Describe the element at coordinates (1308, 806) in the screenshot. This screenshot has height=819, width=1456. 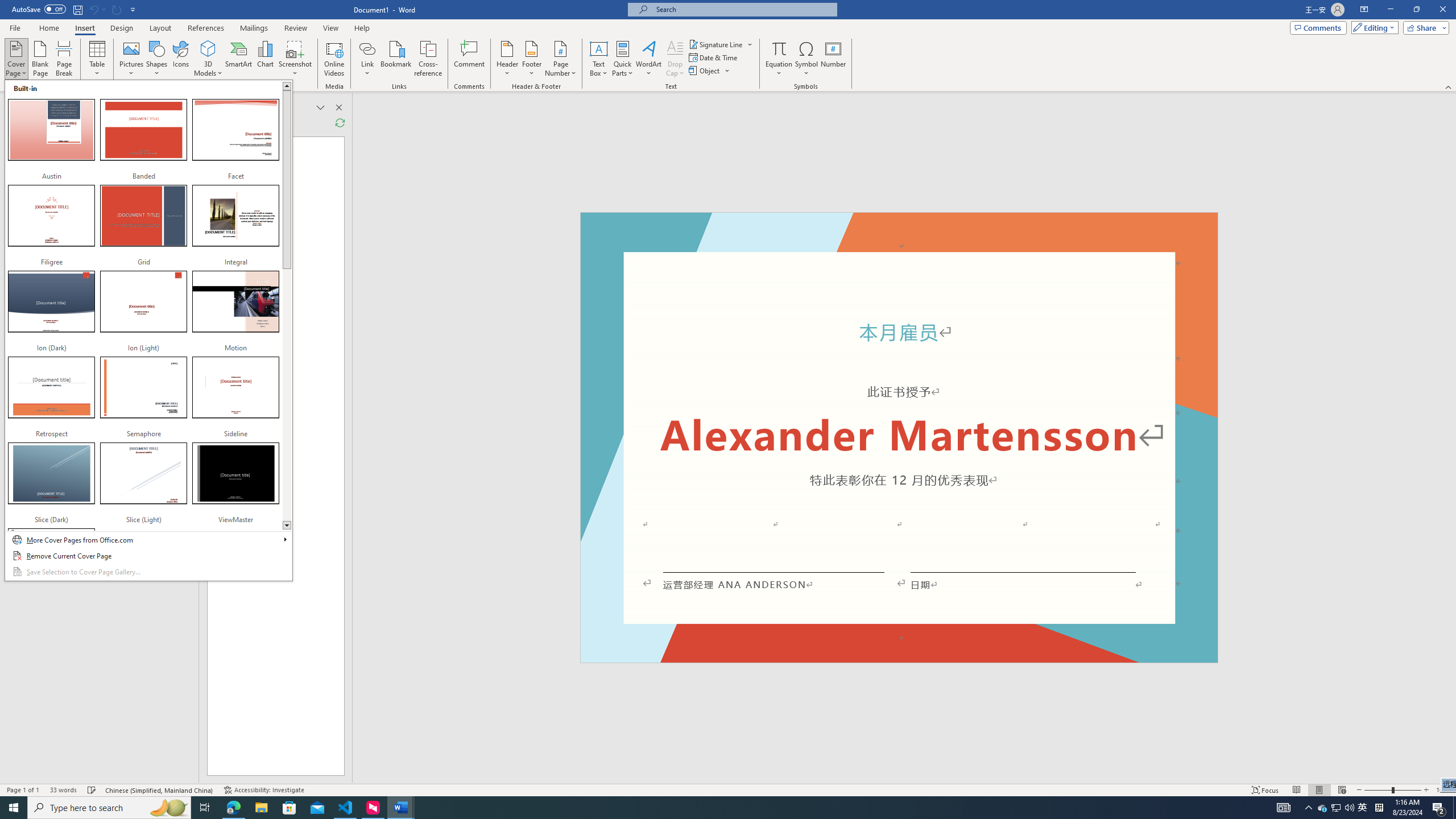
I see `'Notification Chevron'` at that location.